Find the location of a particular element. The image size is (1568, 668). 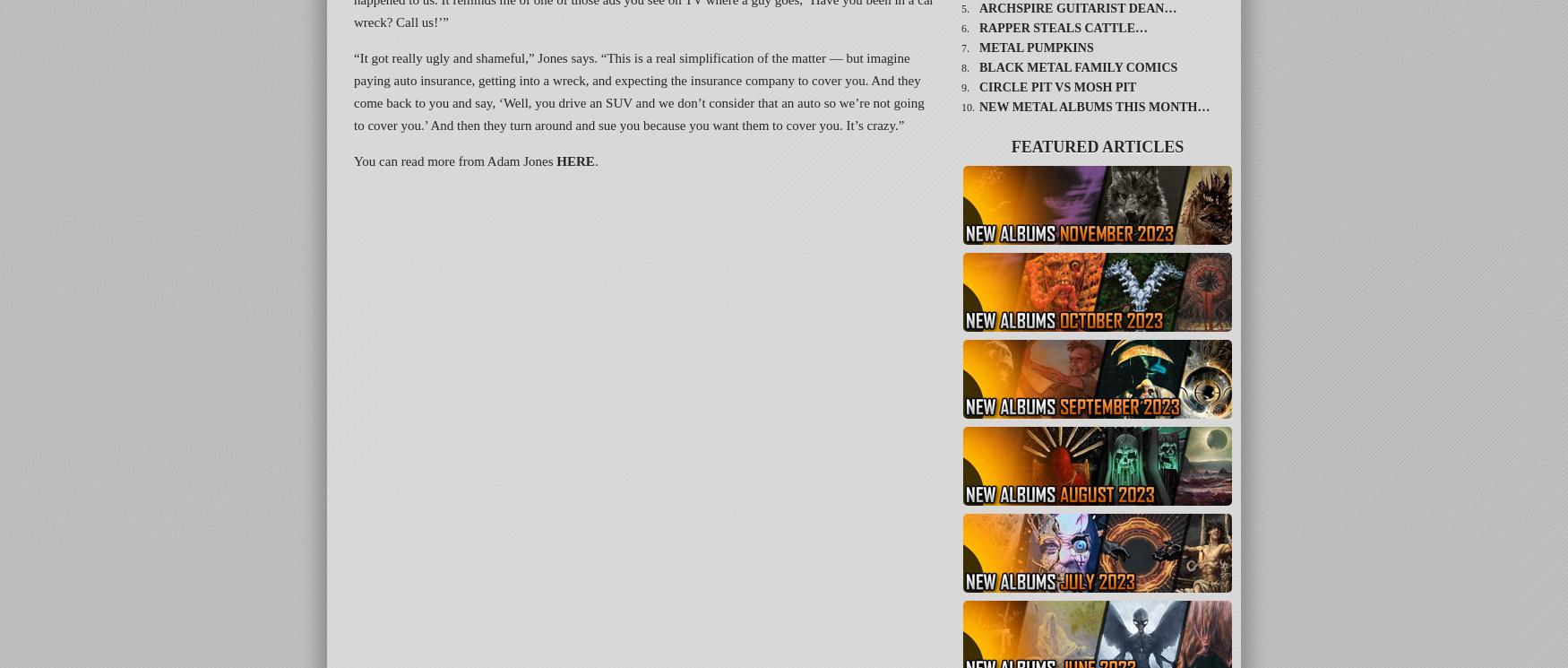

'METAL PUMPKINS' is located at coordinates (1035, 47).